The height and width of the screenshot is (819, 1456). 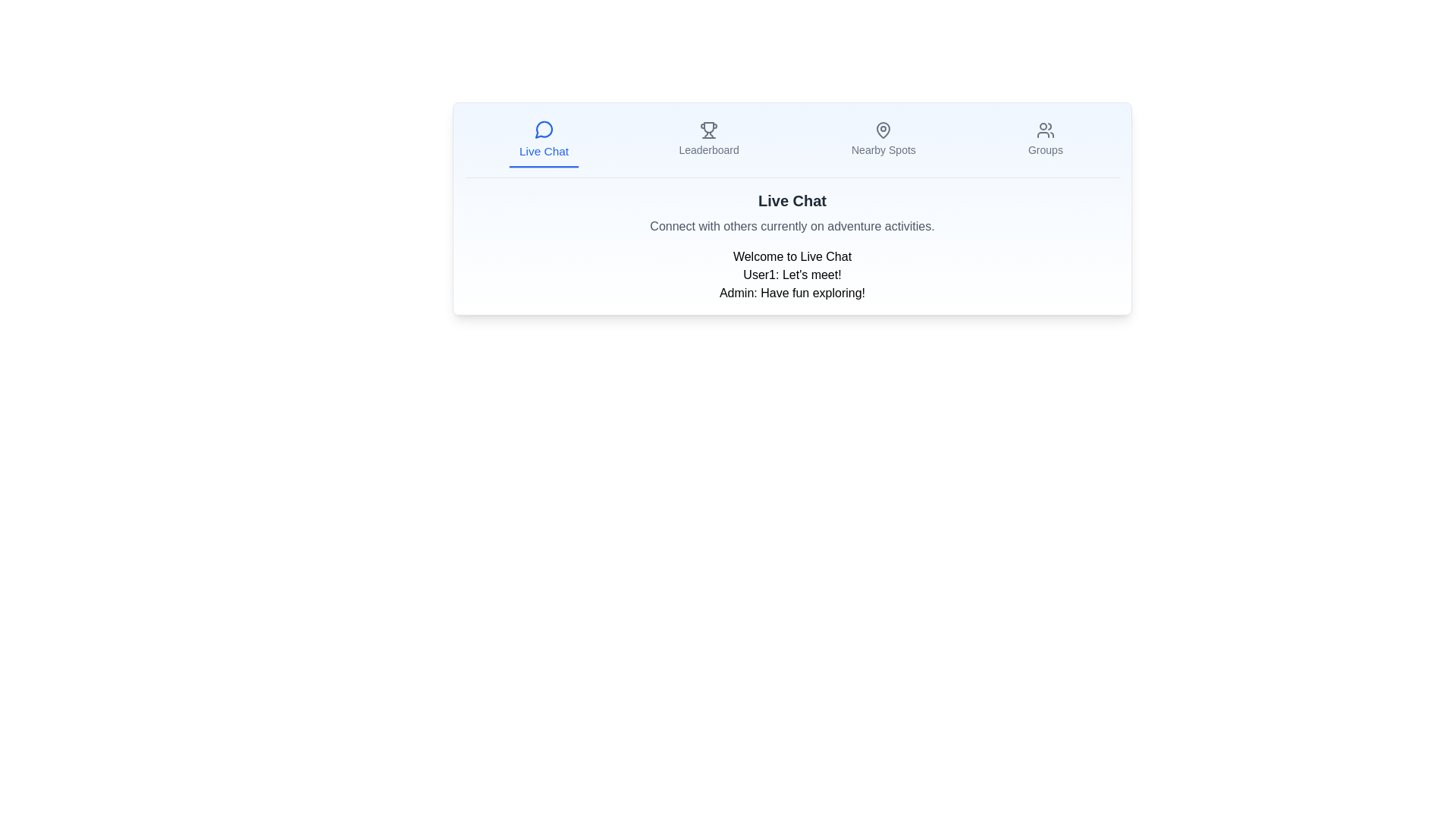 What do you see at coordinates (1044, 140) in the screenshot?
I see `the 'Groups' button in the navigation bar, which features an icon of multiple users above the text and changes color from gray to blue when hovered` at bounding box center [1044, 140].